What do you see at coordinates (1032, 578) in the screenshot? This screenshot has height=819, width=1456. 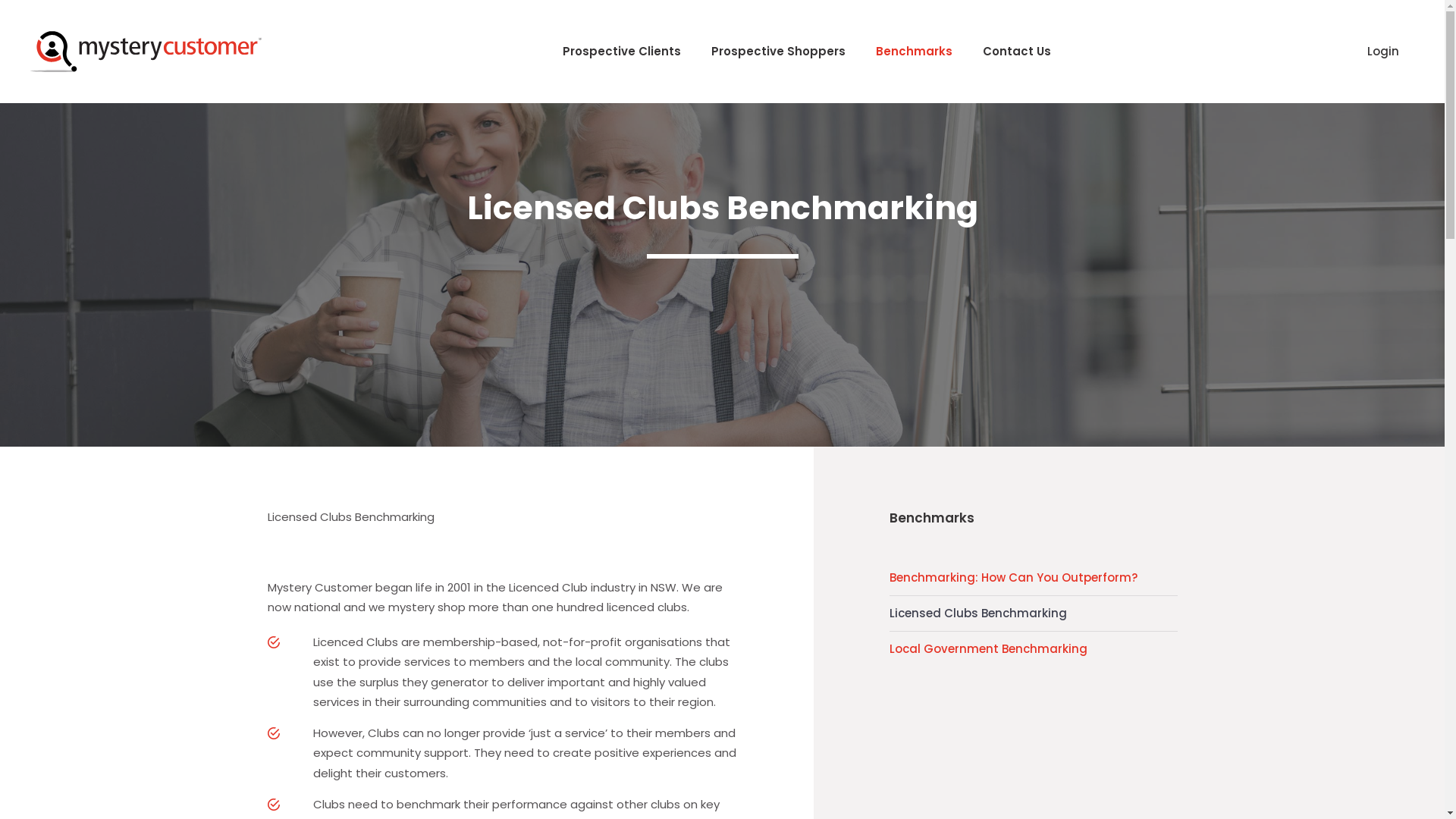 I see `'Benchmarking: How Can You Outperform?'` at bounding box center [1032, 578].